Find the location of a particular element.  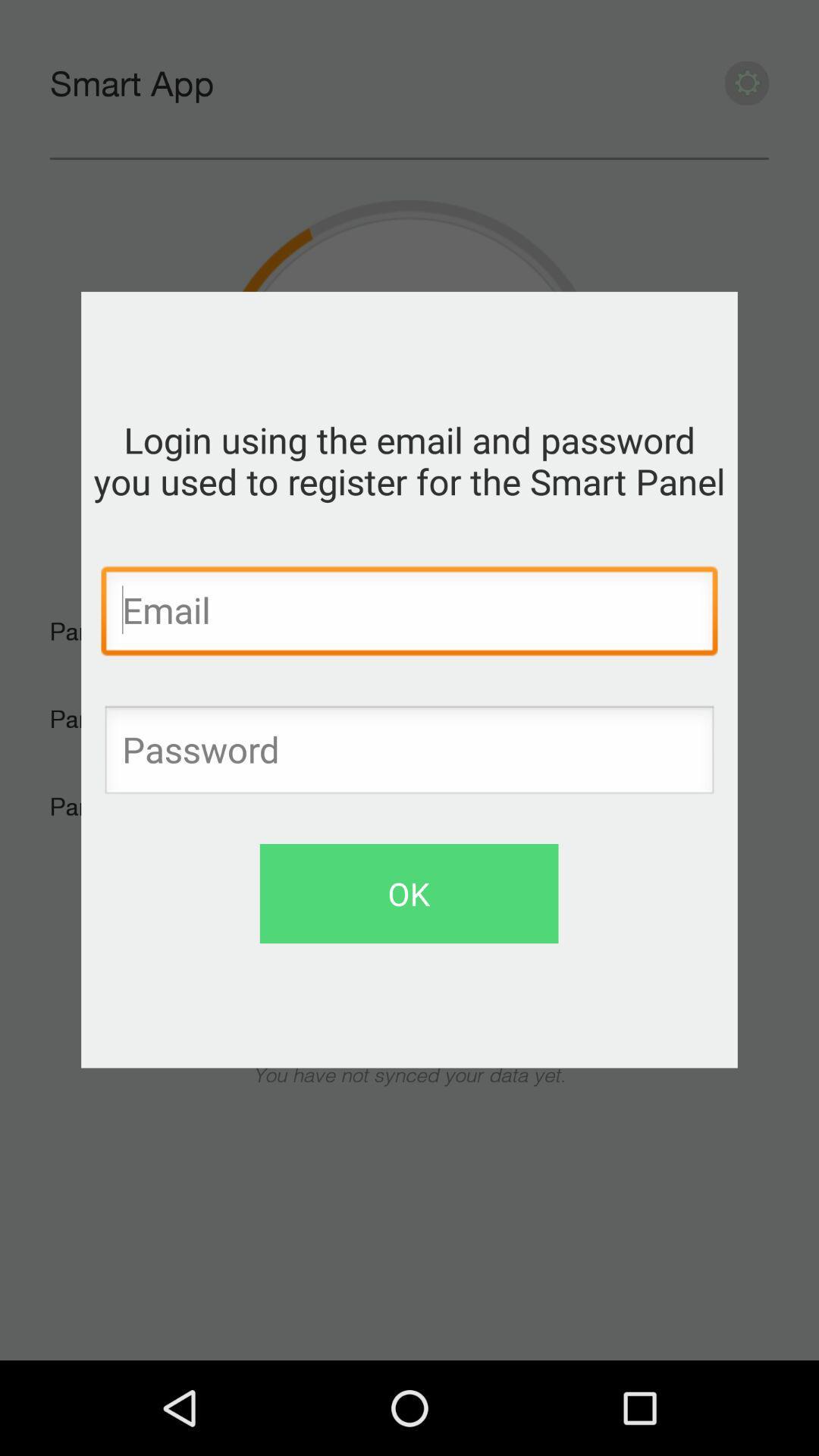

the icon below login using the is located at coordinates (409, 615).